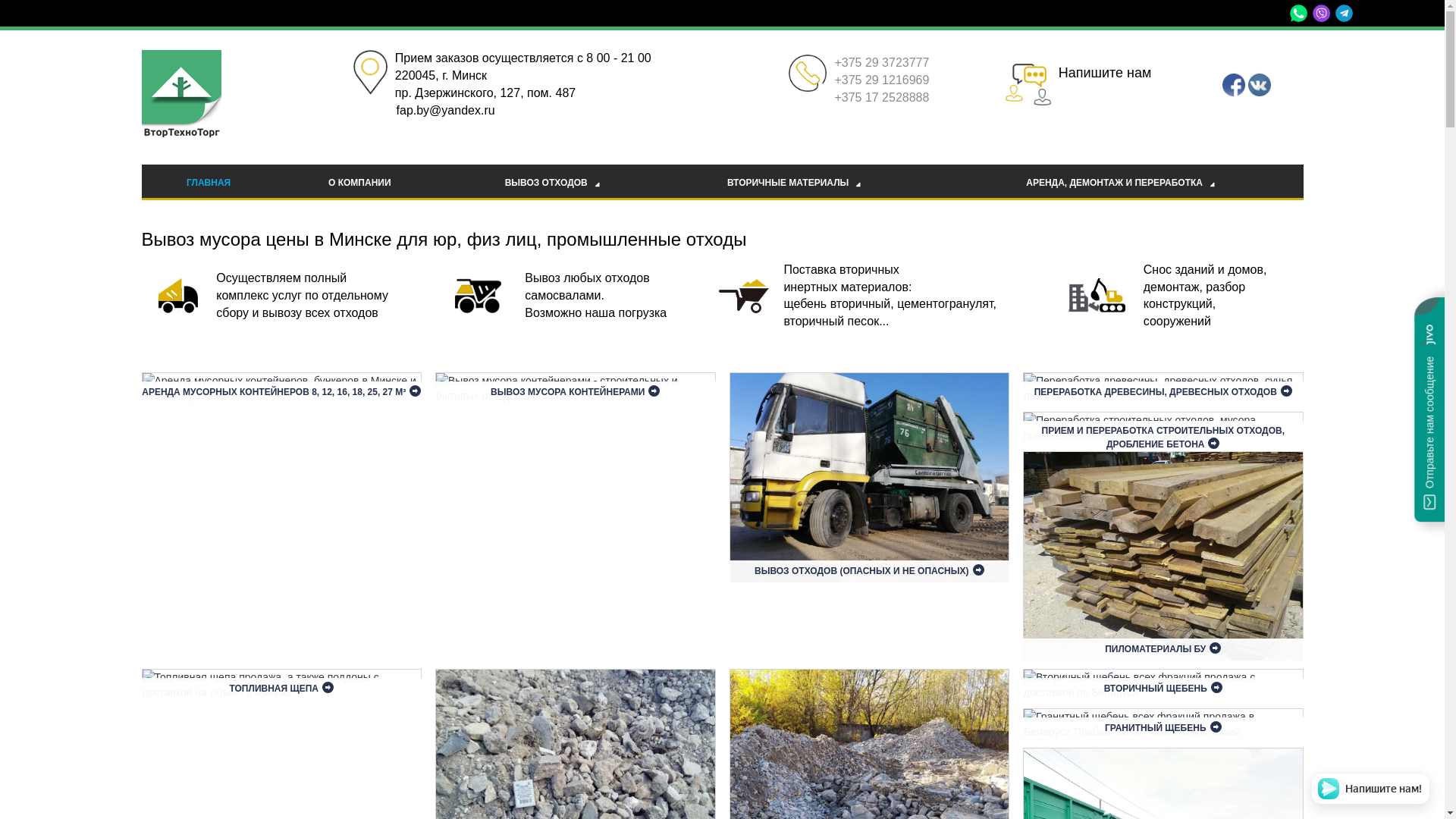  Describe the element at coordinates (881, 80) in the screenshot. I see `'+375 29 1216969'` at that location.